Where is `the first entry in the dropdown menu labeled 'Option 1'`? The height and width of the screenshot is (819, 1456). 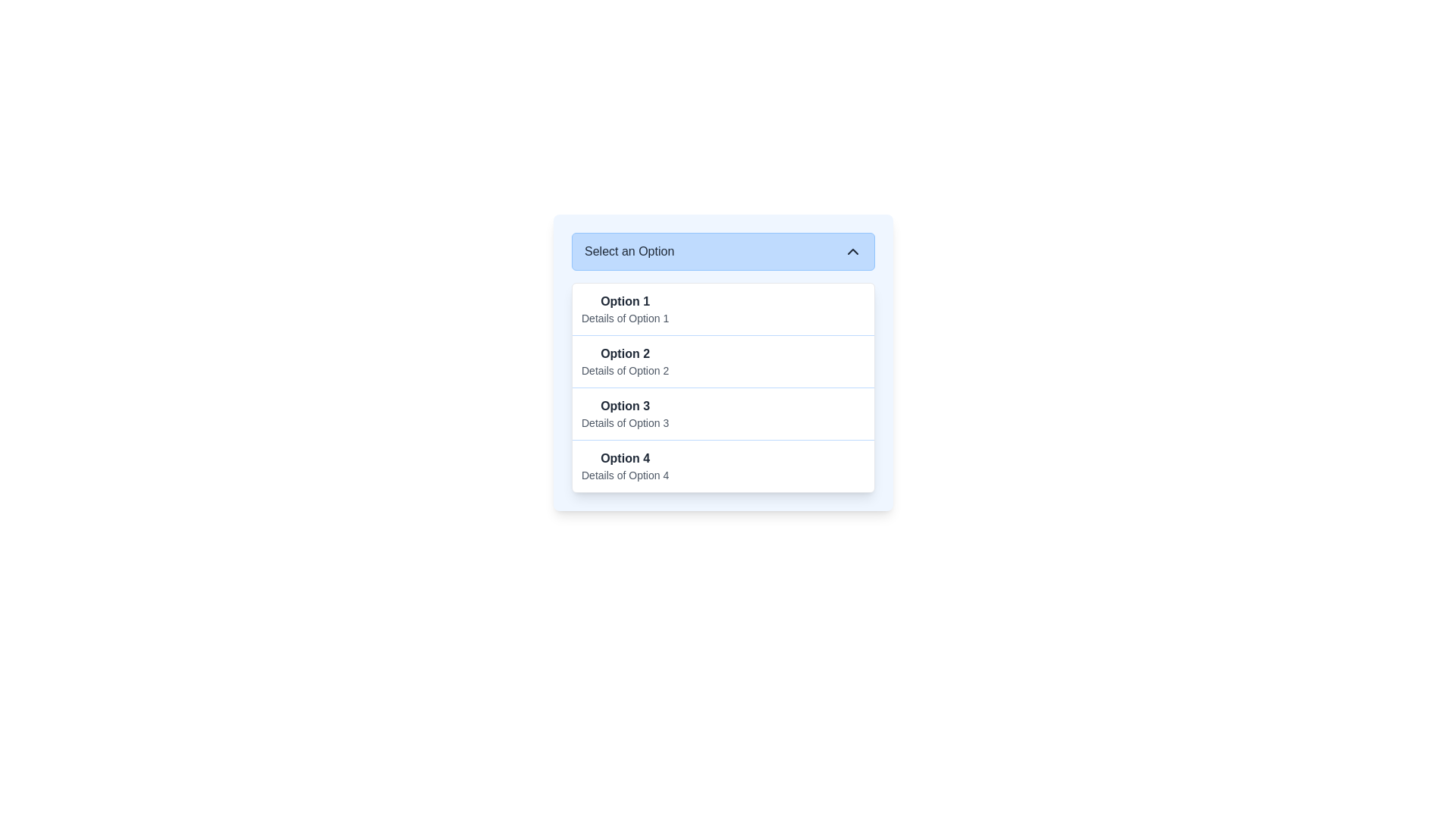
the first entry in the dropdown menu labeled 'Option 1' is located at coordinates (625, 309).